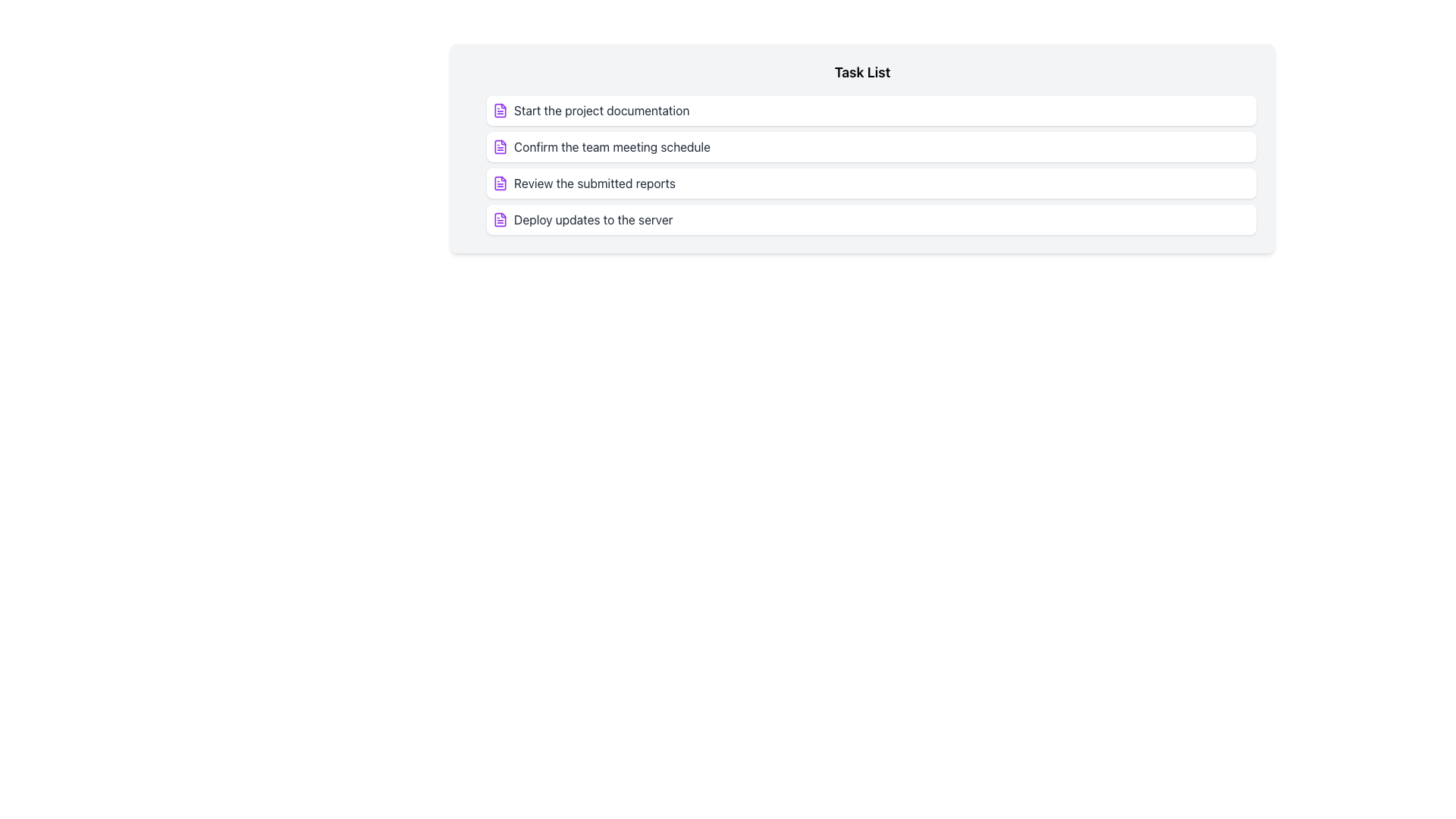 This screenshot has width=1456, height=819. I want to click on the text element that reads 'Deploy updates to the server', which is the fourth entry in the 'Task List' section, located below 'Review the submitted reports', so click(592, 219).